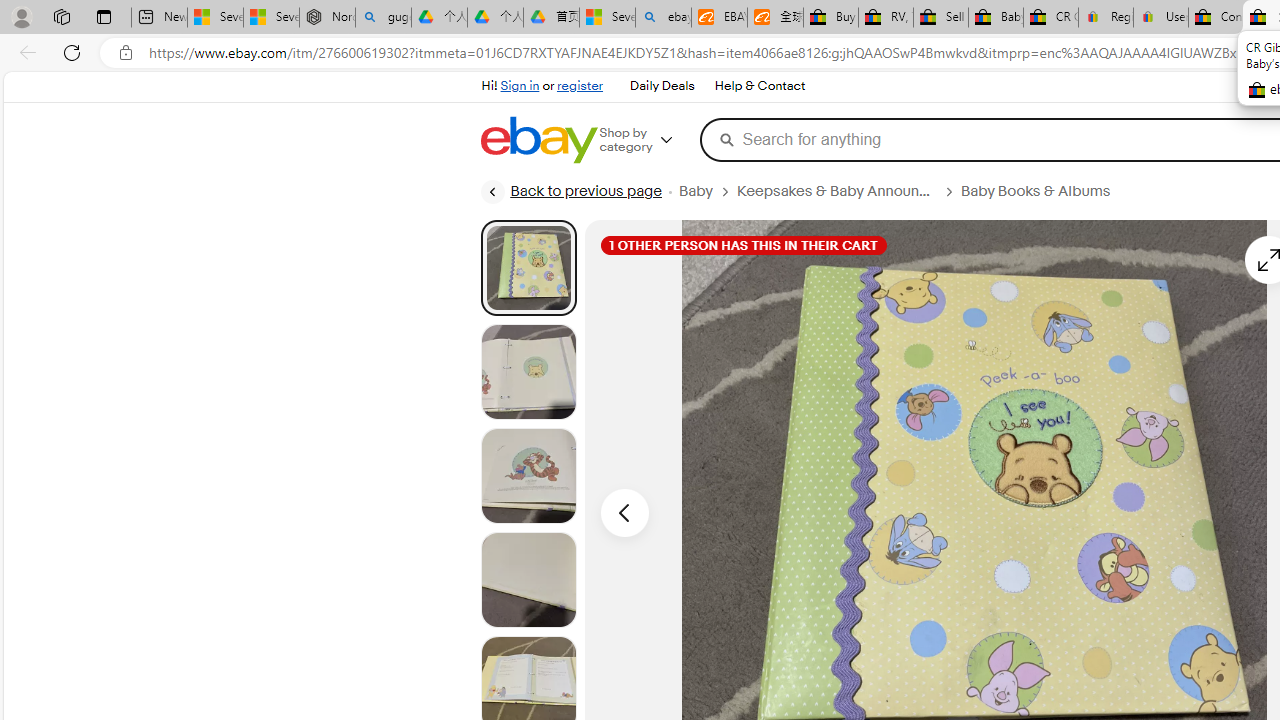  I want to click on 'register', so click(578, 85).